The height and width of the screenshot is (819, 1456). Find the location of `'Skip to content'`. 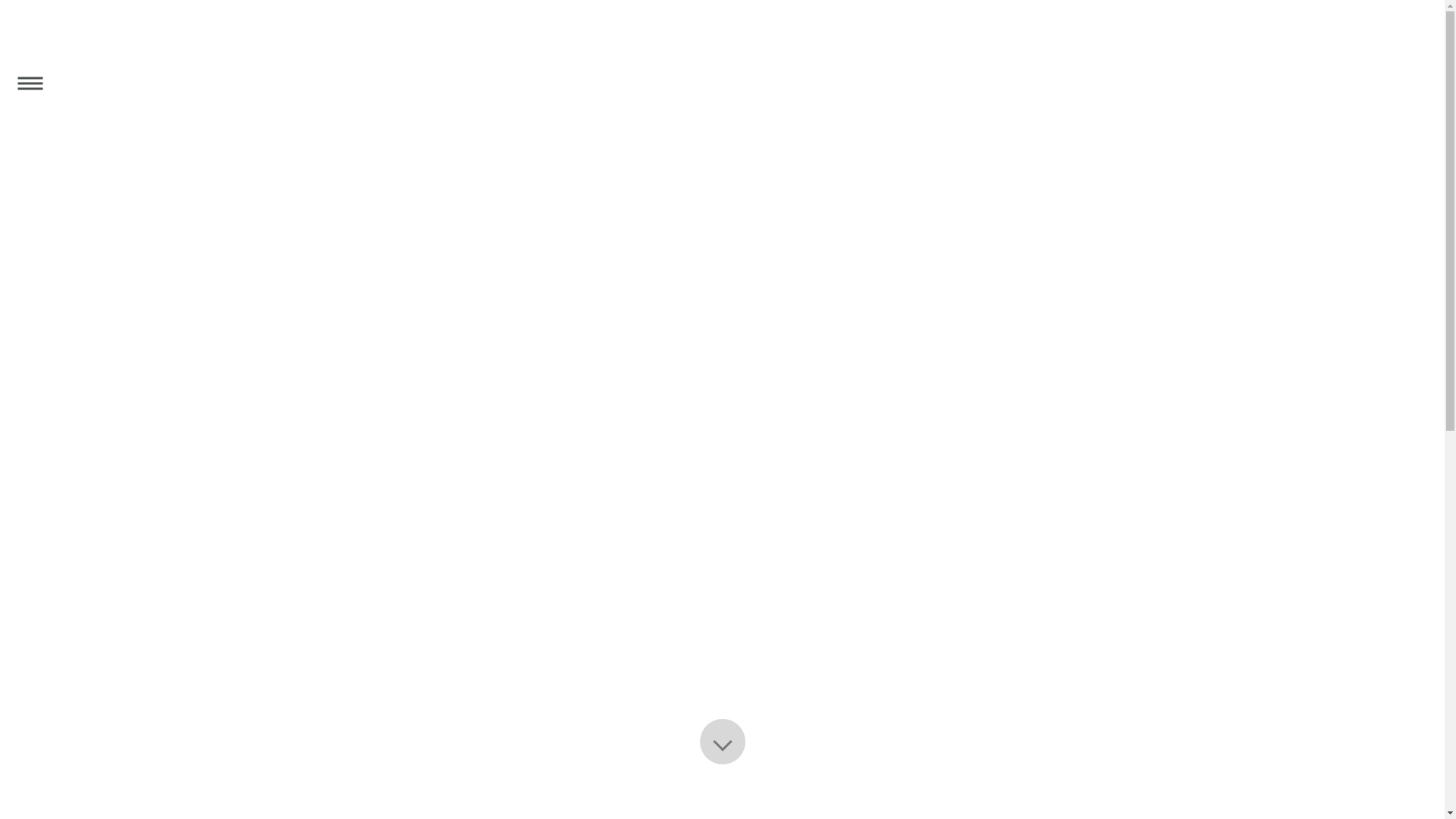

'Skip to content' is located at coordinates (0, 0).